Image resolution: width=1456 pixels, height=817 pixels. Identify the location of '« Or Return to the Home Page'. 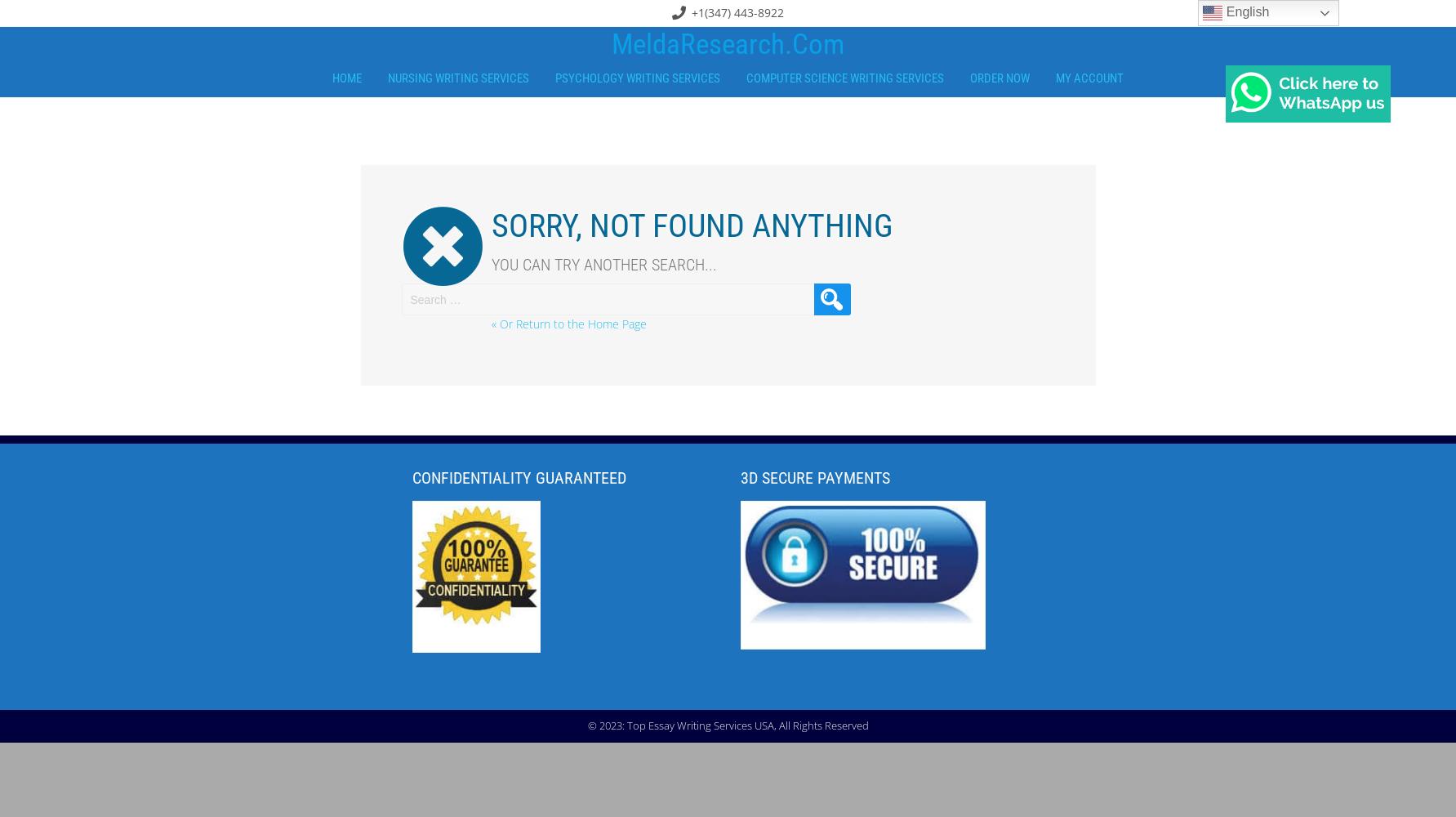
(568, 324).